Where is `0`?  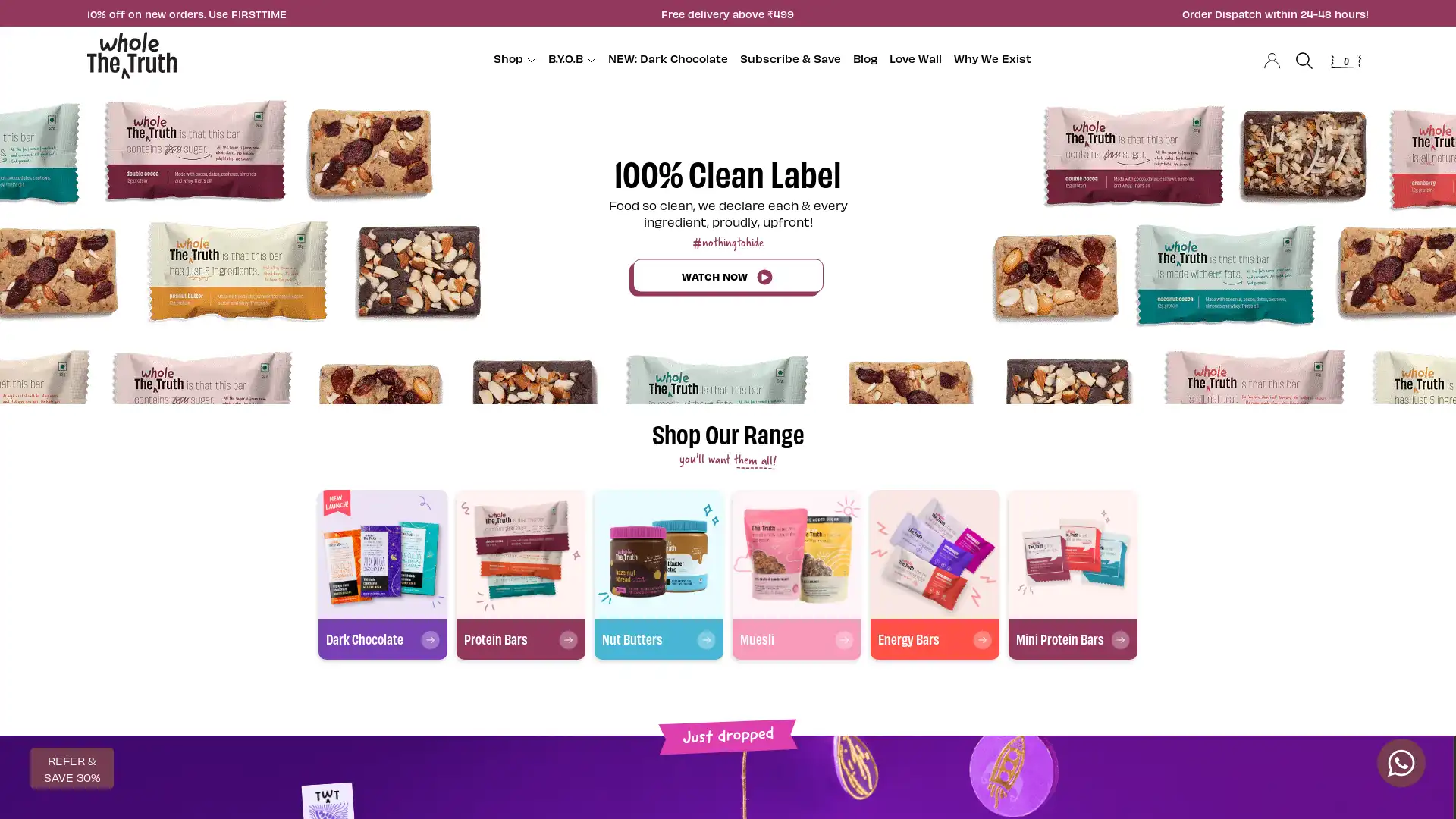
0 is located at coordinates (1344, 57).